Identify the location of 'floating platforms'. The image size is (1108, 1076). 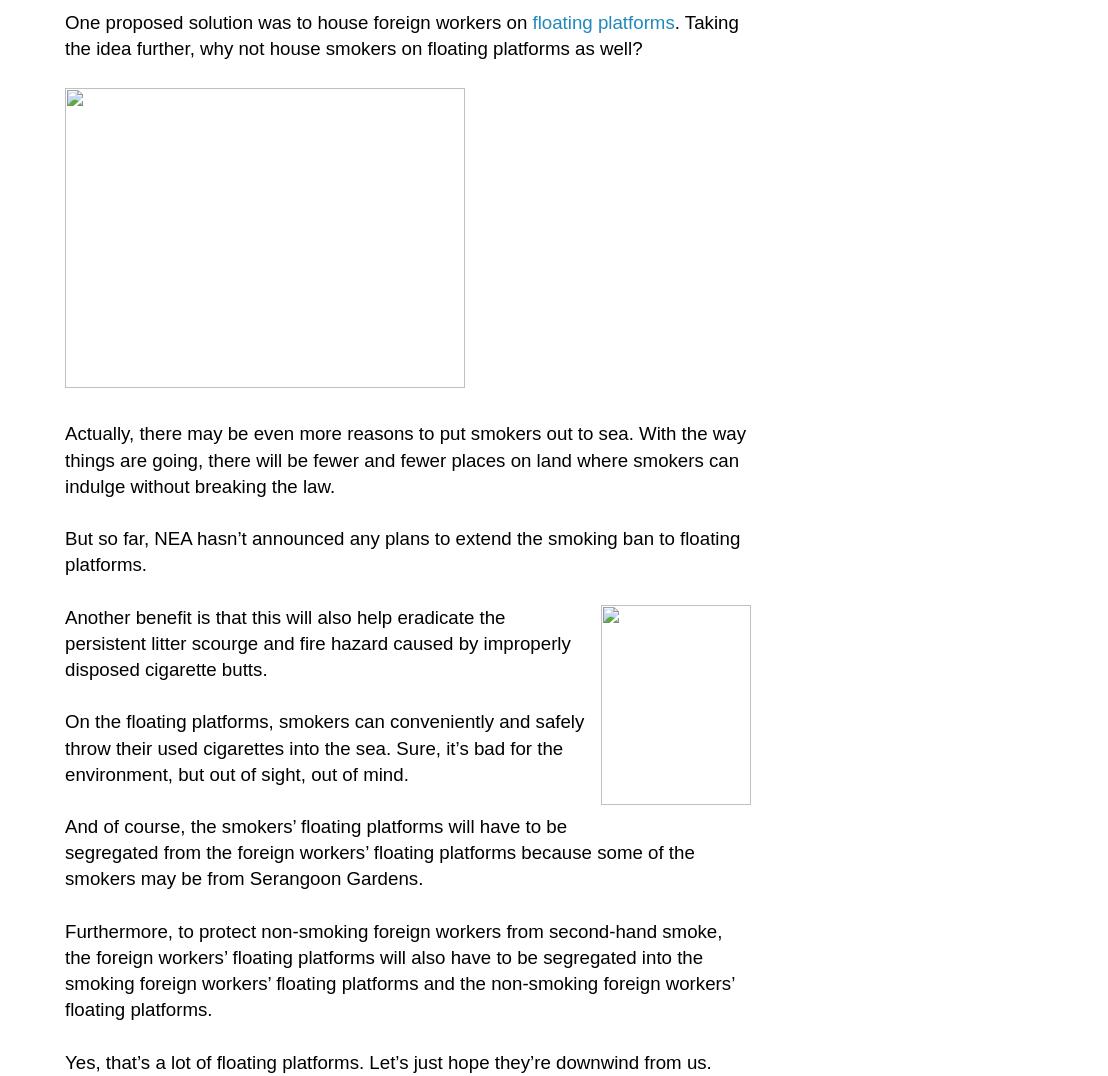
(601, 20).